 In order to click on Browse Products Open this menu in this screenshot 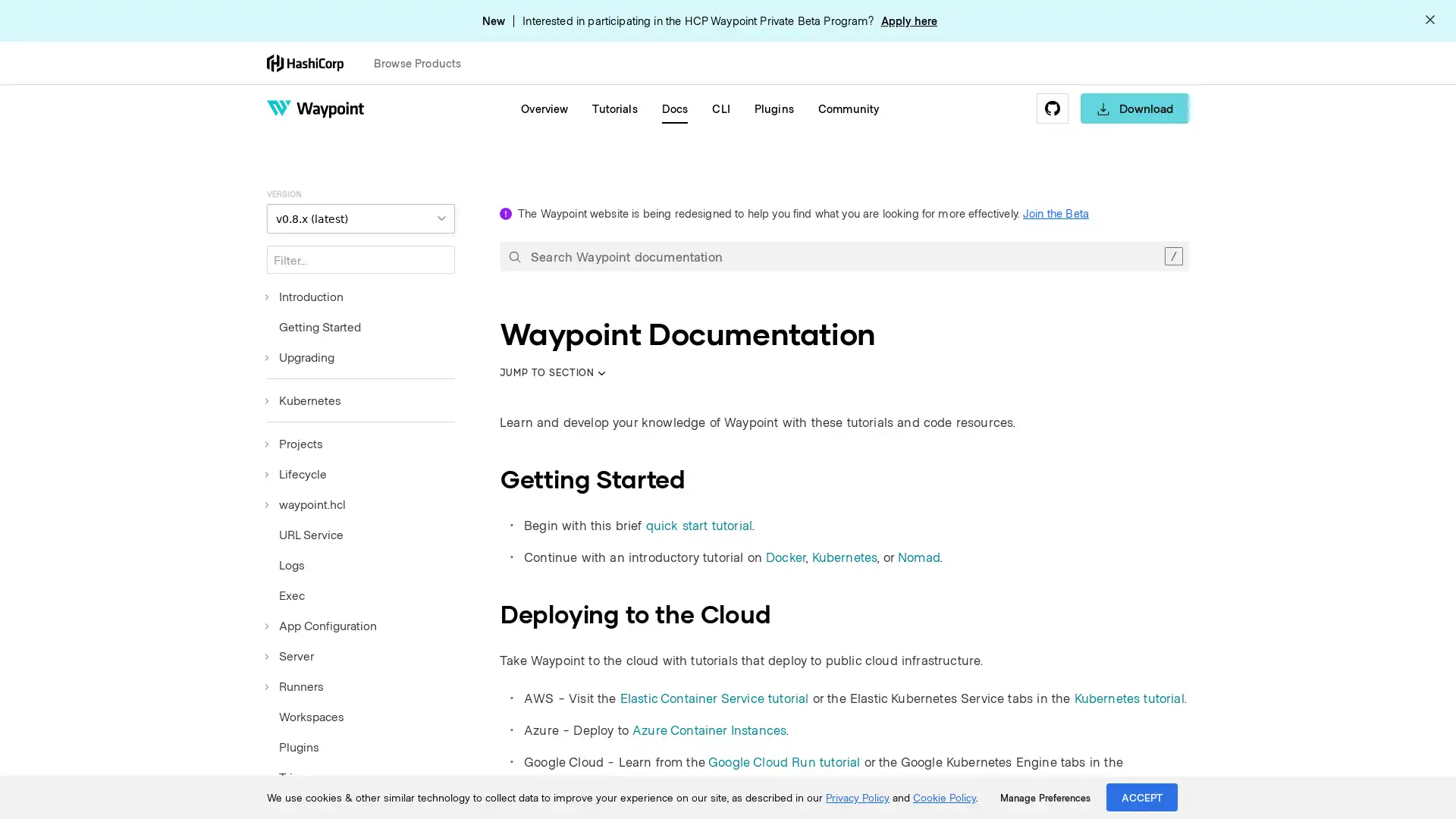, I will do `click(424, 62)`.